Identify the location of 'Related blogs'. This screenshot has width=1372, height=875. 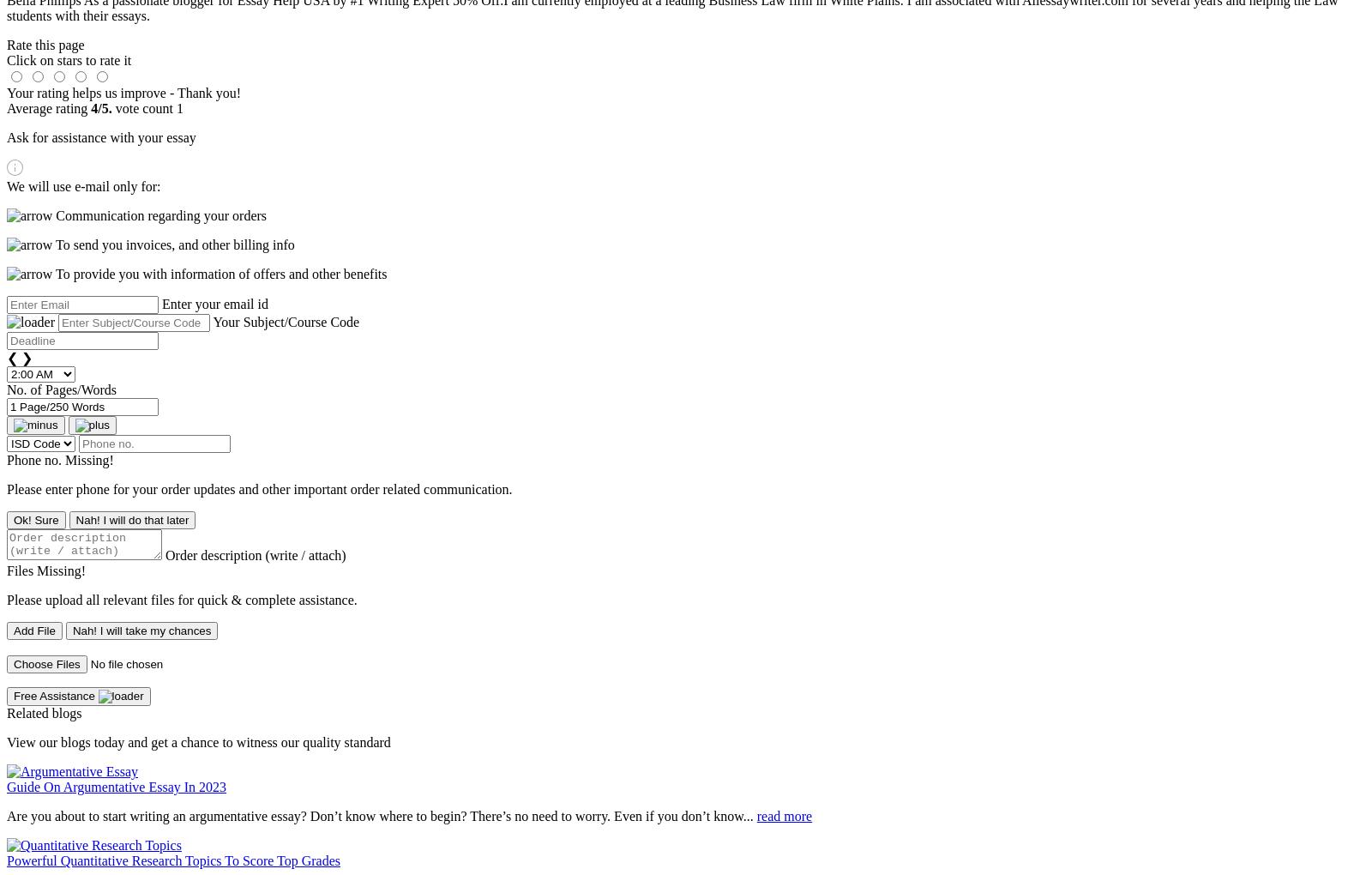
(43, 713).